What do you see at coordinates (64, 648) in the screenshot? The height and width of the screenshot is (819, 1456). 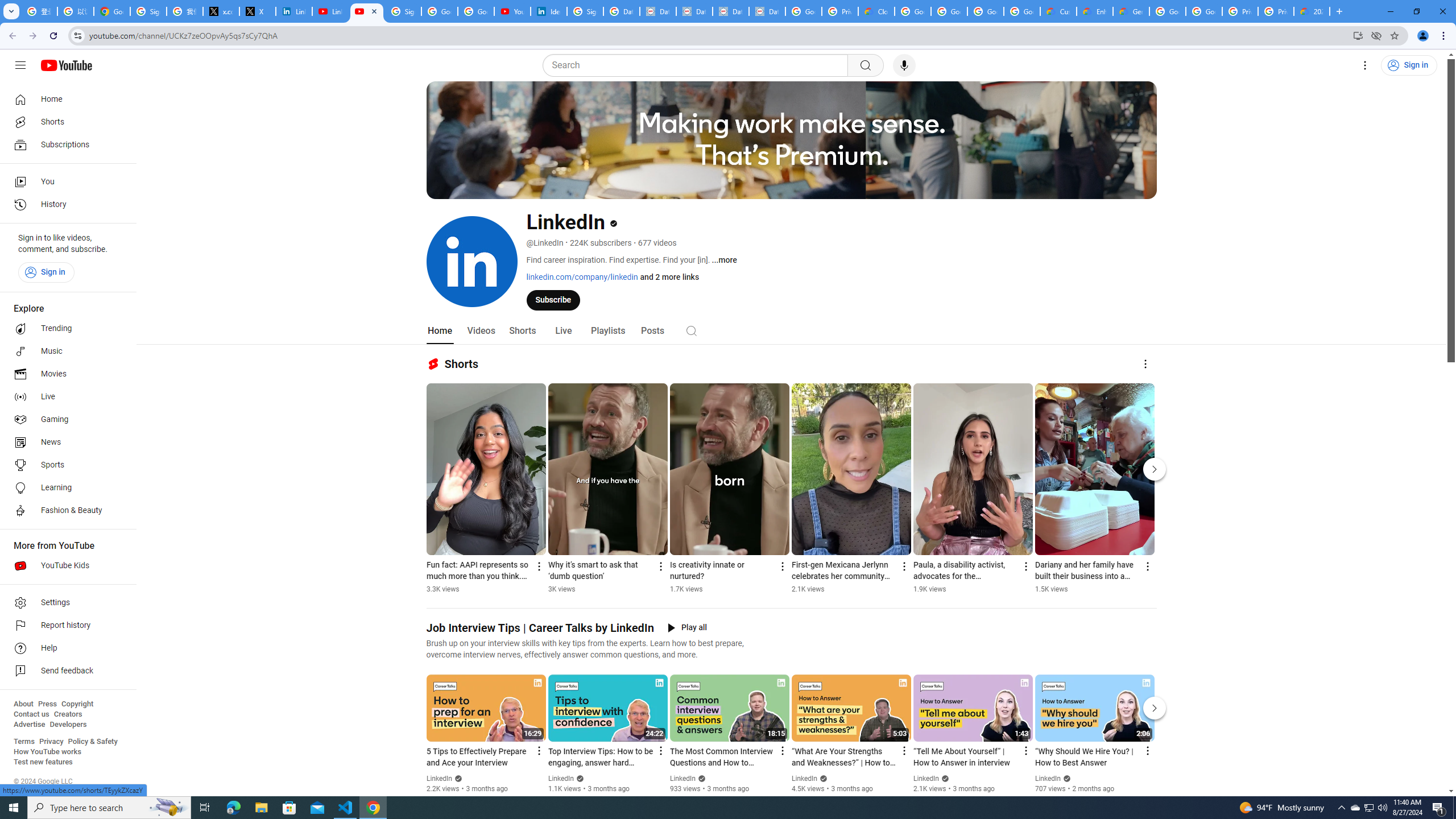 I see `'Help'` at bounding box center [64, 648].